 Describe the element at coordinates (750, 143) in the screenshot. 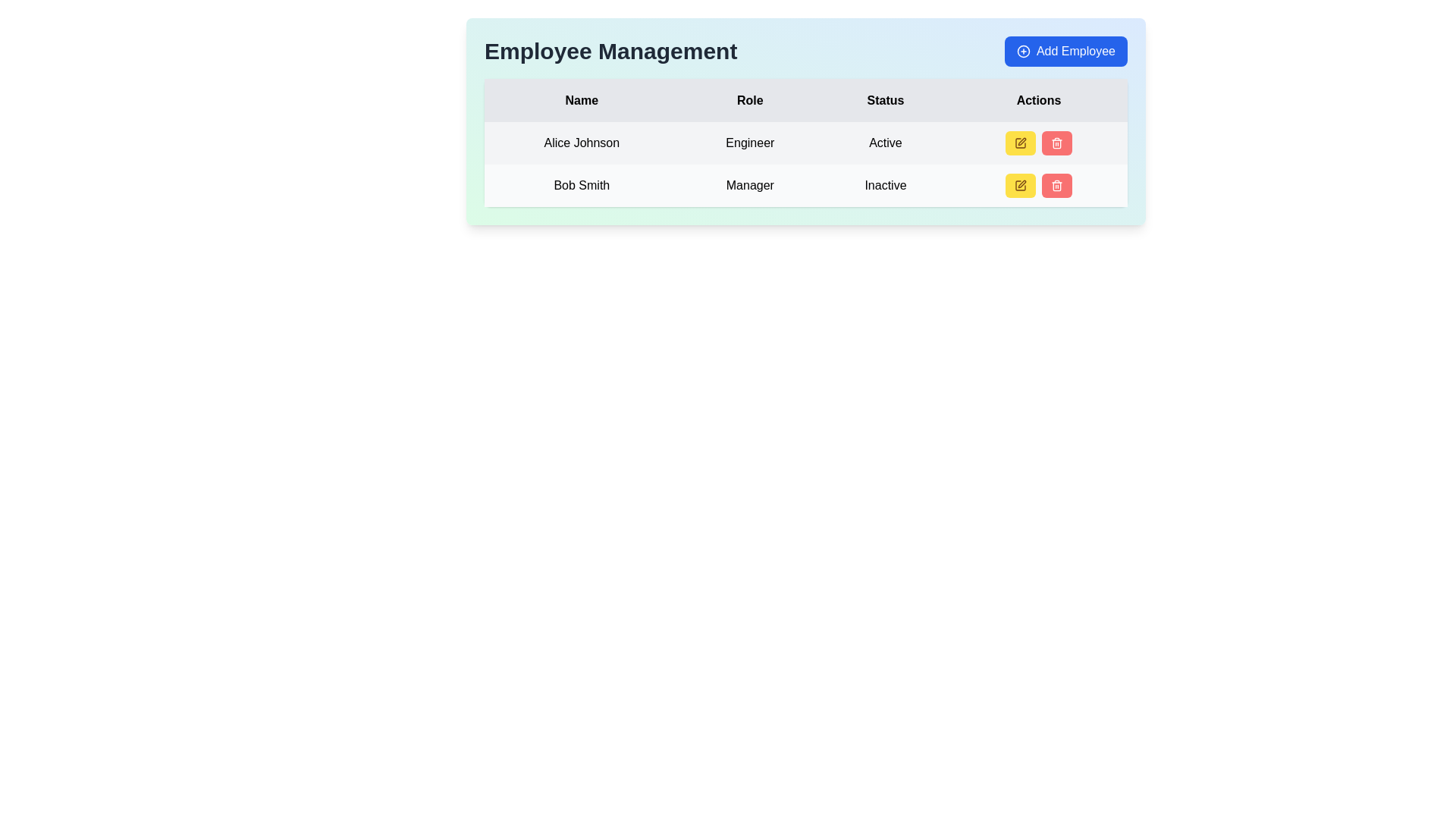

I see `the text element displaying 'Engineer' that is located in the first row of the table under the 'Role' column, positioned beside 'Alice Johnson' in the 'Name' column and before 'Active' in the 'Status' column` at that location.